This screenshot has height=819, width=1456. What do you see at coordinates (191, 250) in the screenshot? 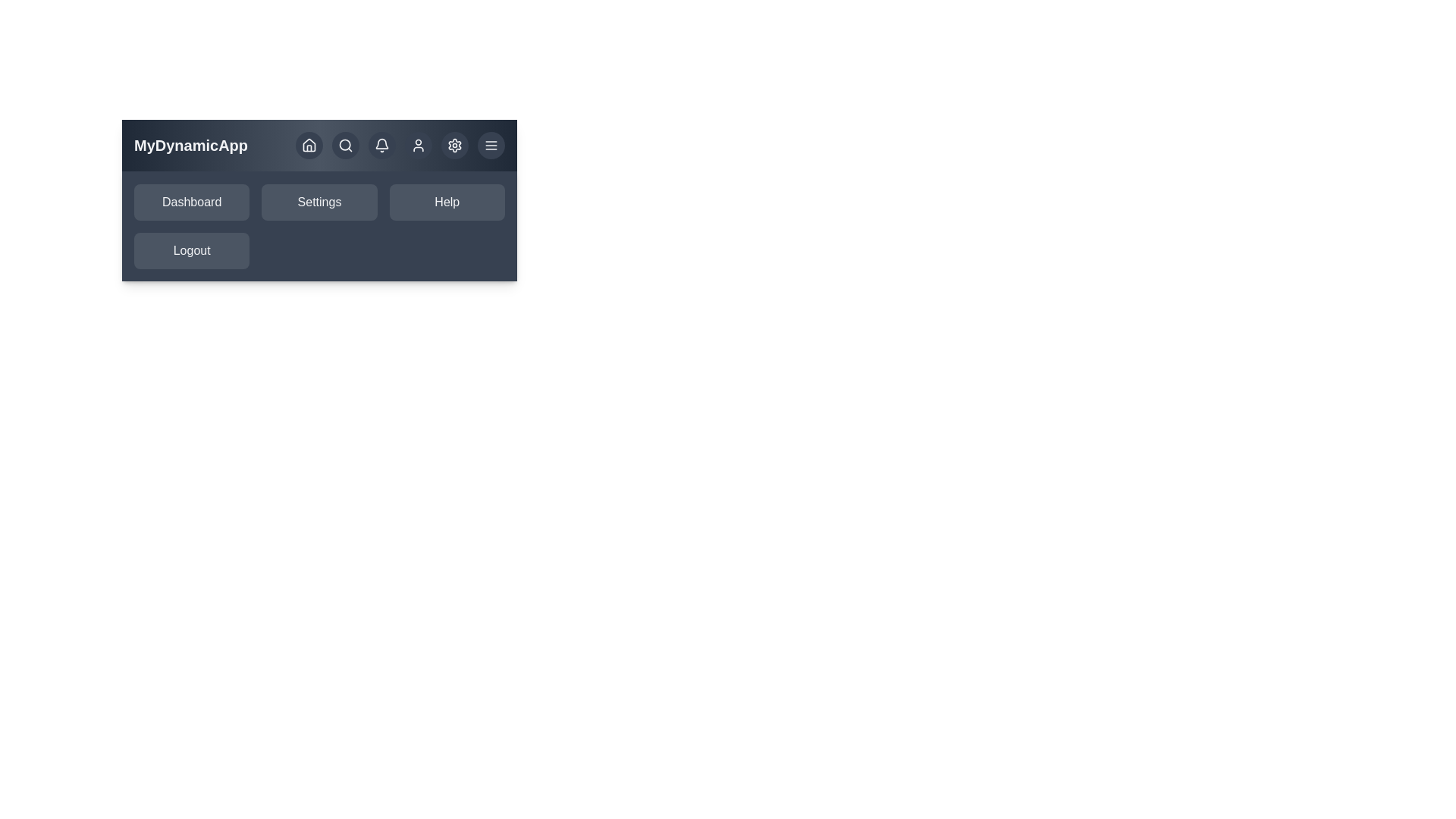
I see `the Logout from the menu` at bounding box center [191, 250].